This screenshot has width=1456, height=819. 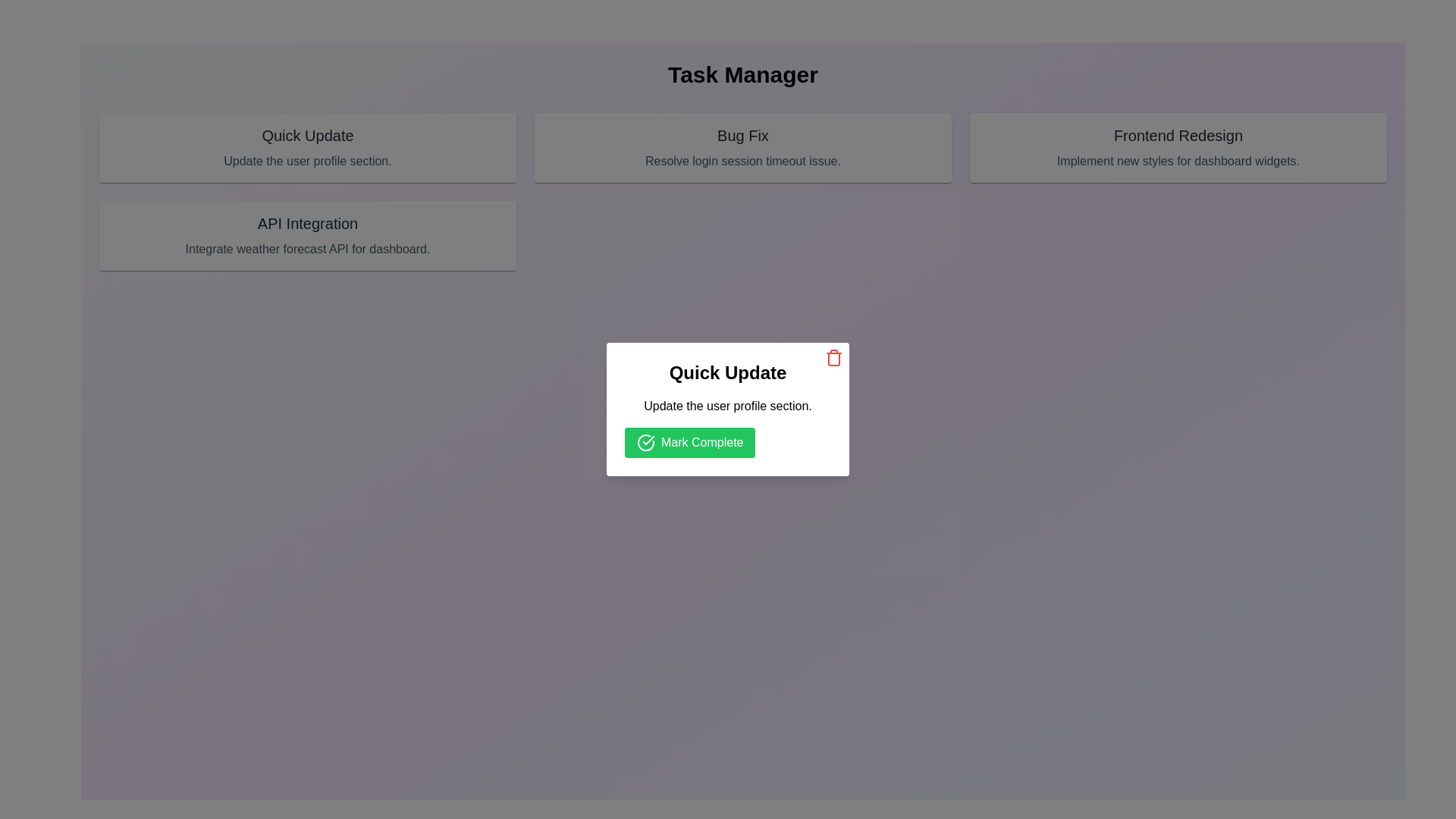 What do you see at coordinates (742, 161) in the screenshot?
I see `the static text displaying 'Resolve login session timeout issue.' which is styled in gray and centered beneath the 'Bug Fix' header` at bounding box center [742, 161].